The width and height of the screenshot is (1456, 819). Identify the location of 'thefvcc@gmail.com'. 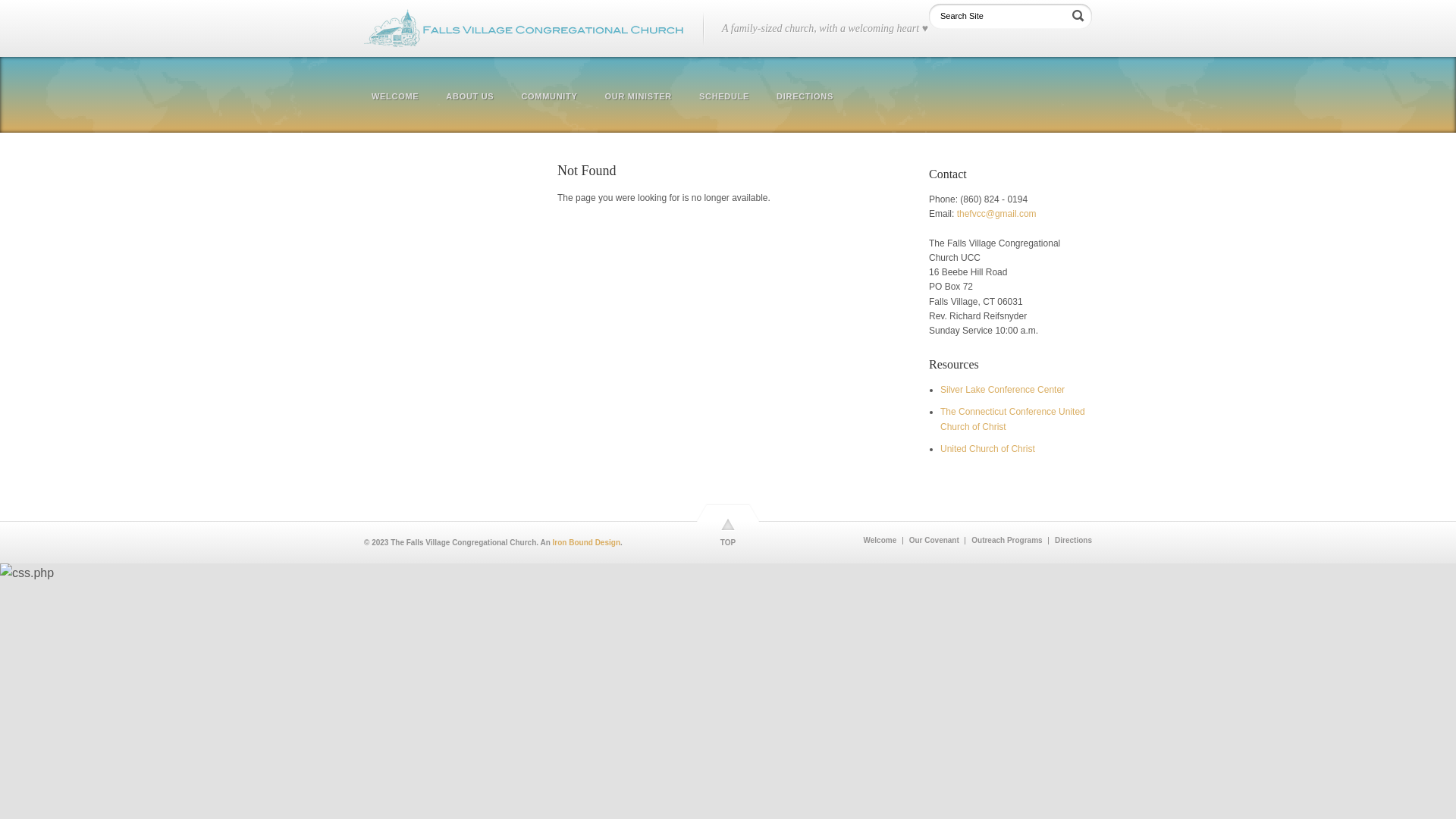
(996, 213).